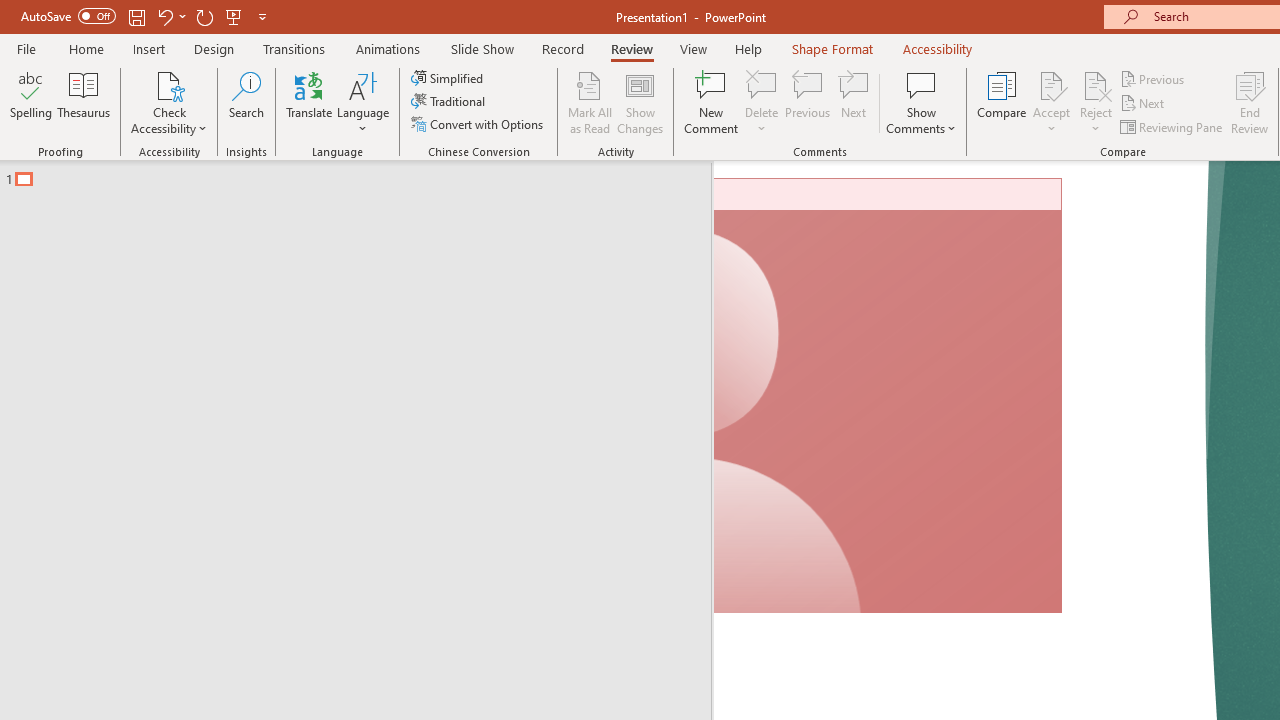  I want to click on 'Design', so click(214, 48).